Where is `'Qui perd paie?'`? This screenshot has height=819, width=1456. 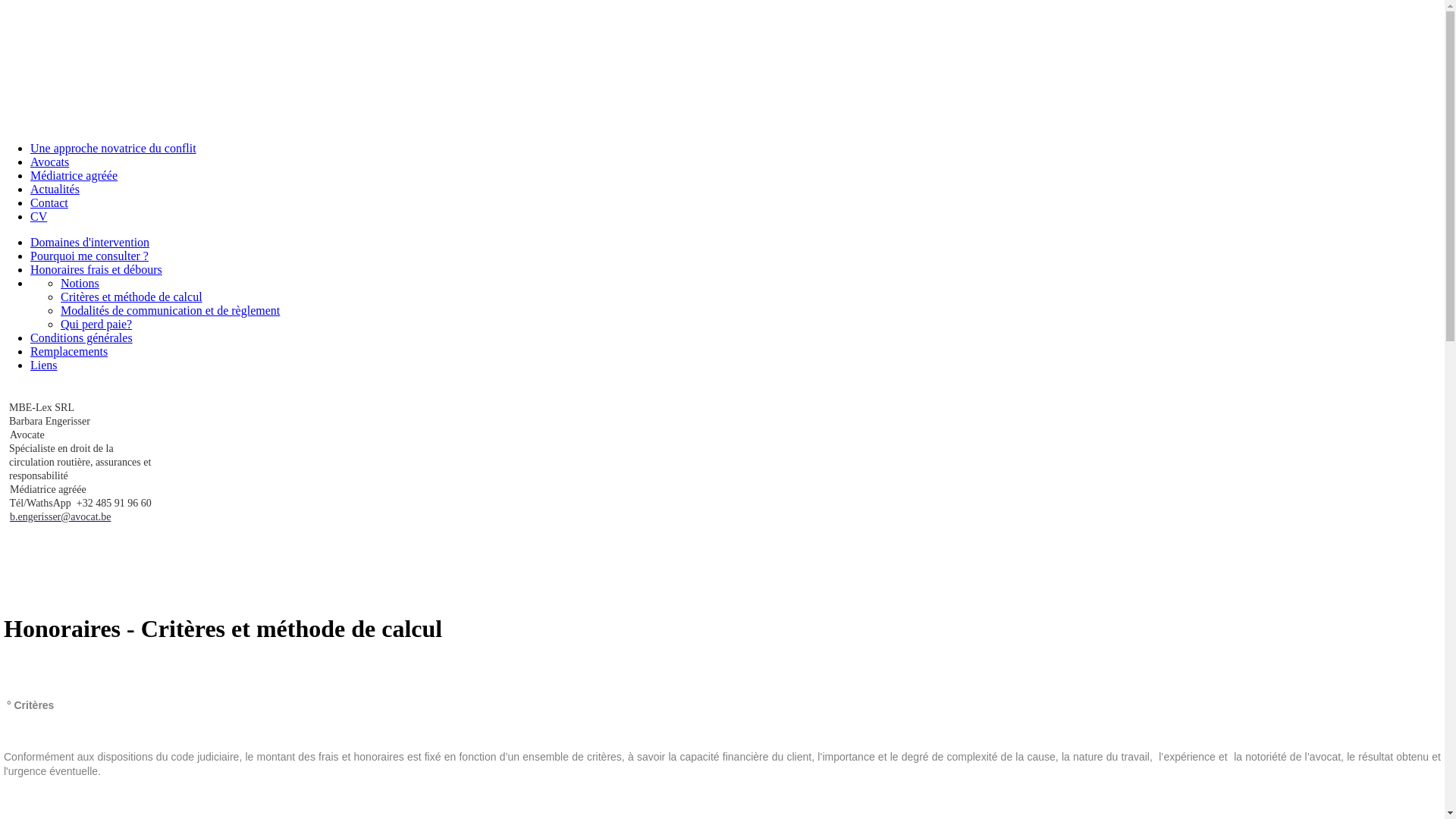 'Qui perd paie?' is located at coordinates (95, 323).